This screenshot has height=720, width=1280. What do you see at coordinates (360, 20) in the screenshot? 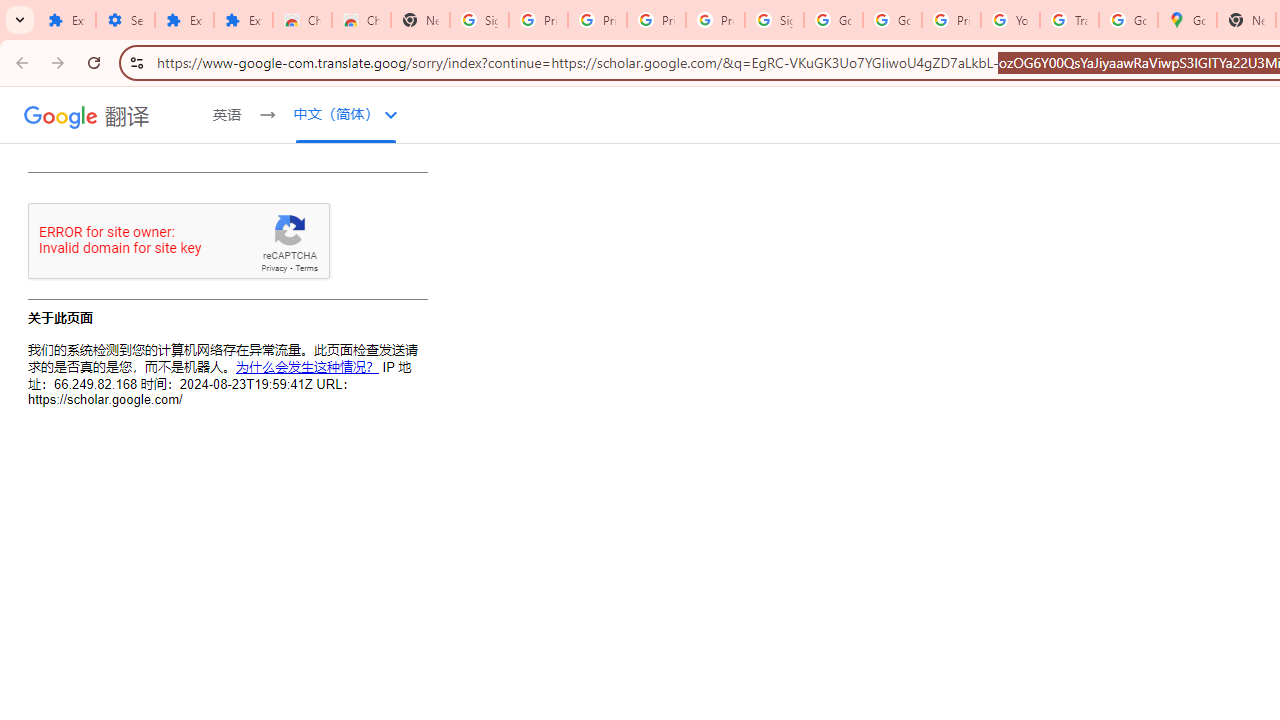
I see `'Chrome Web Store - Themes'` at bounding box center [360, 20].